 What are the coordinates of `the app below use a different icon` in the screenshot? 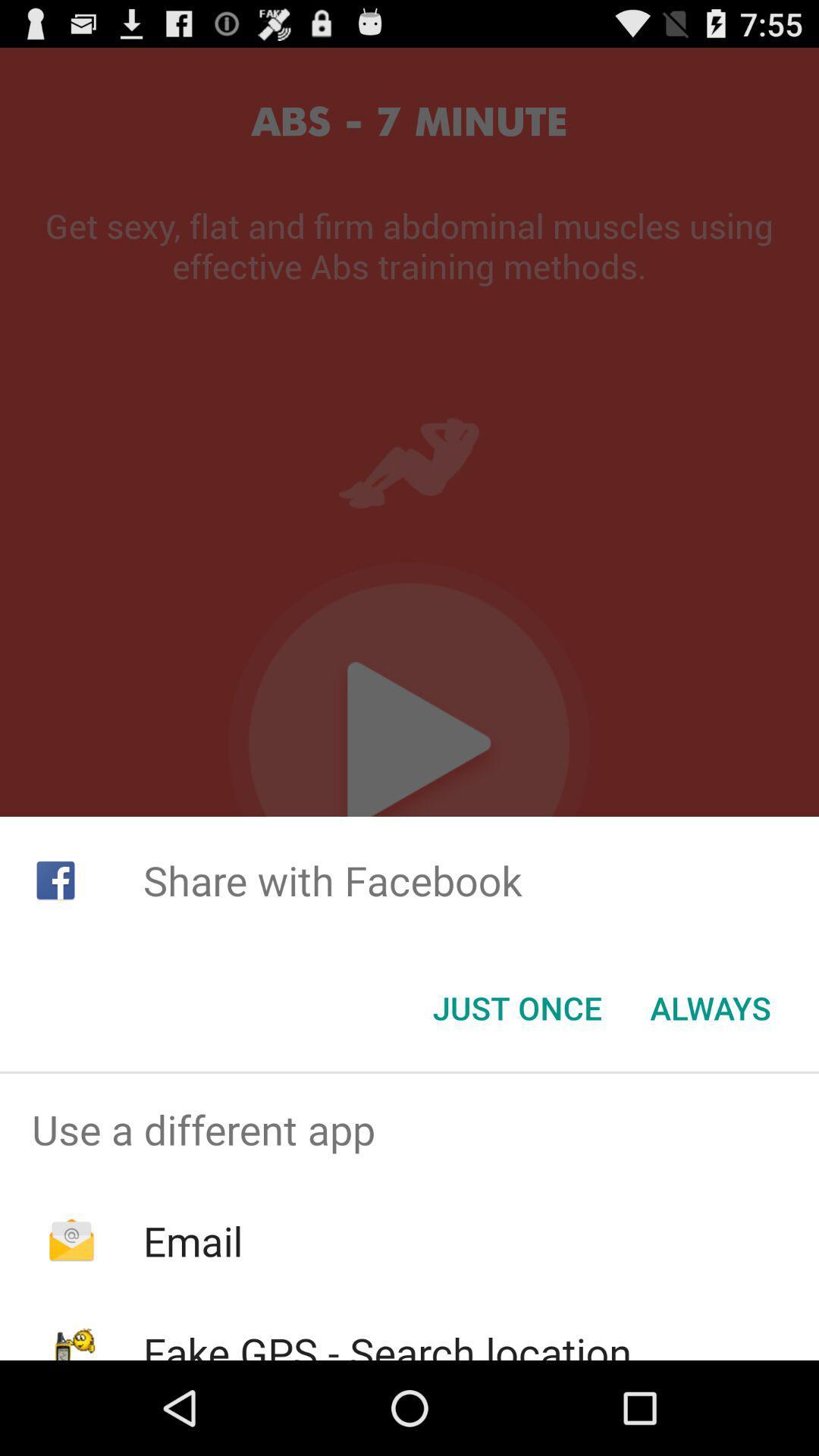 It's located at (192, 1241).